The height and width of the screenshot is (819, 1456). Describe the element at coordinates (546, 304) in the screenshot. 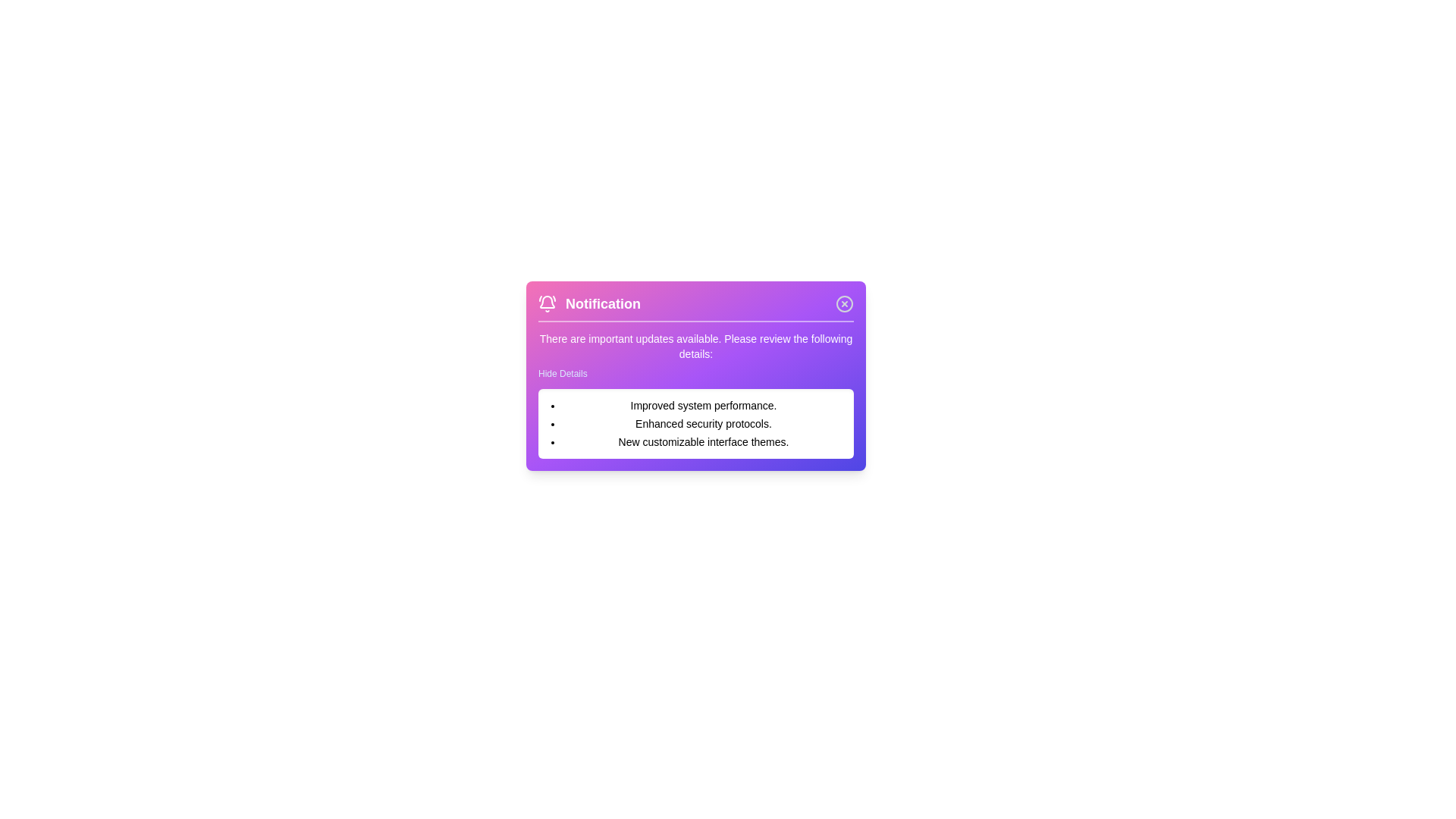

I see `the notification icon to interact with it` at that location.